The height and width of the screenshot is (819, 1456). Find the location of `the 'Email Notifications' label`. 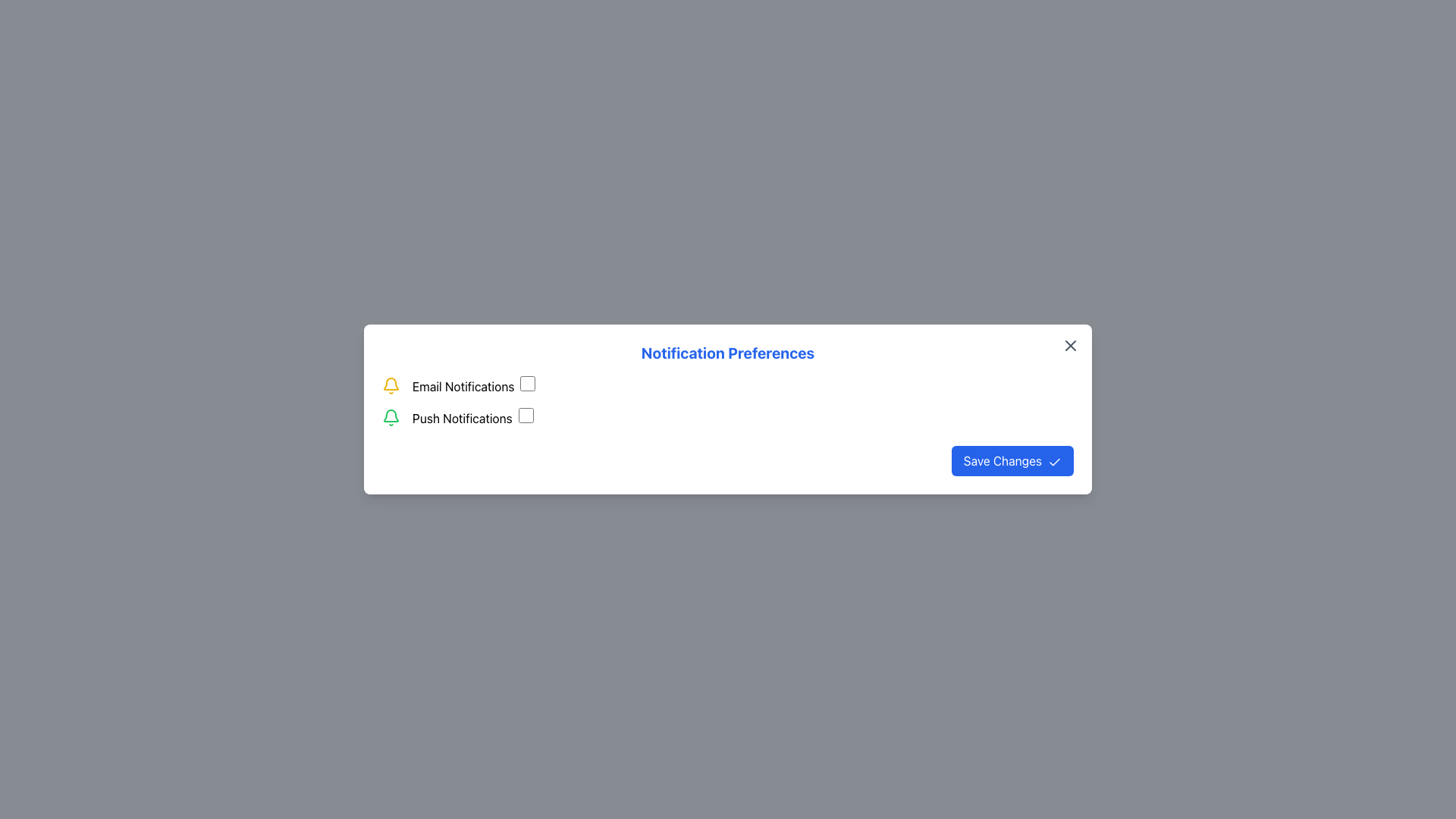

the 'Email Notifications' label is located at coordinates (473, 385).